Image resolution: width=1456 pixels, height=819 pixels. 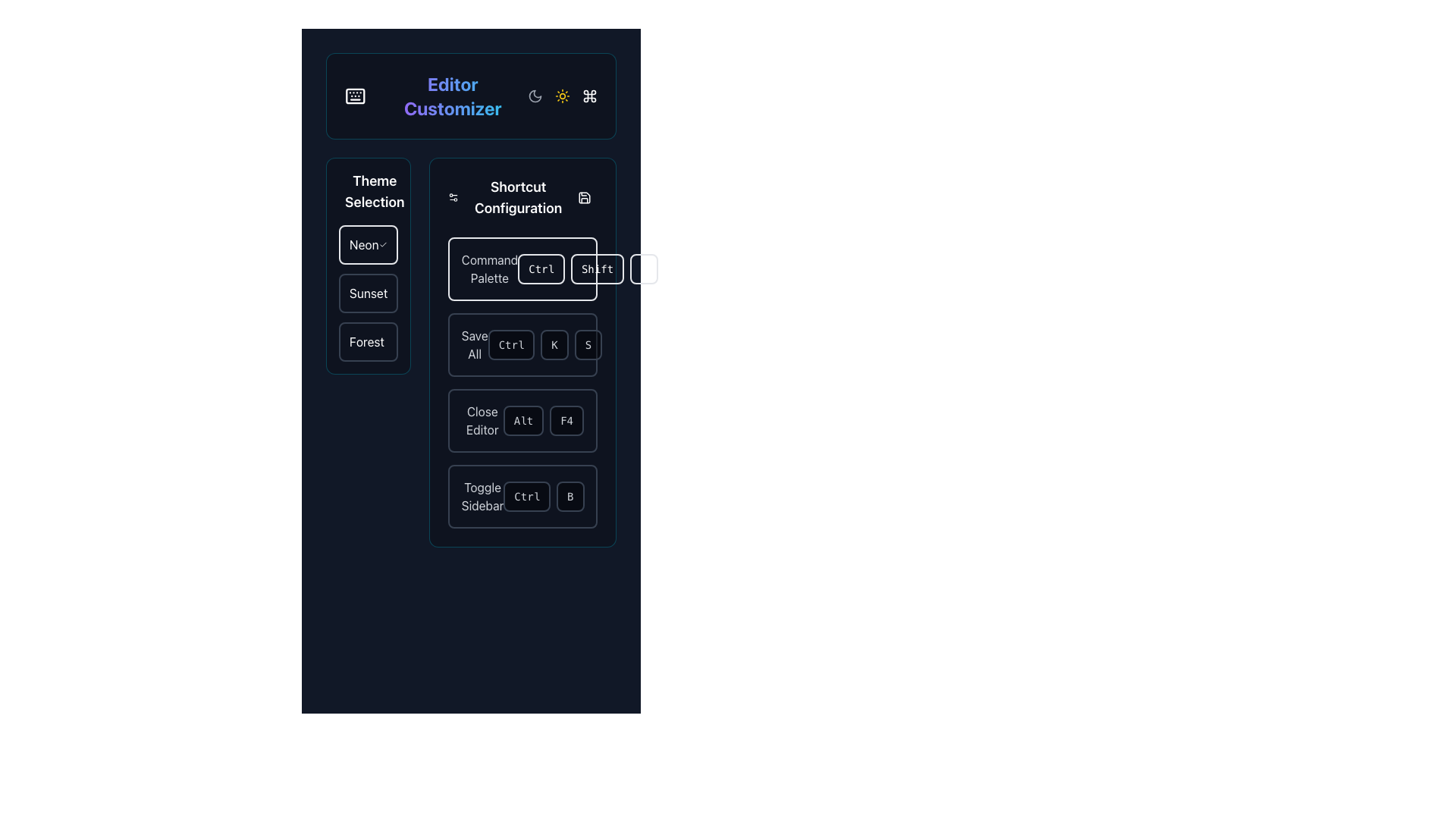 I want to click on the text label that describes the action for closing the editor, located in the 'Shortcut Configuration' section, so click(x=482, y=421).